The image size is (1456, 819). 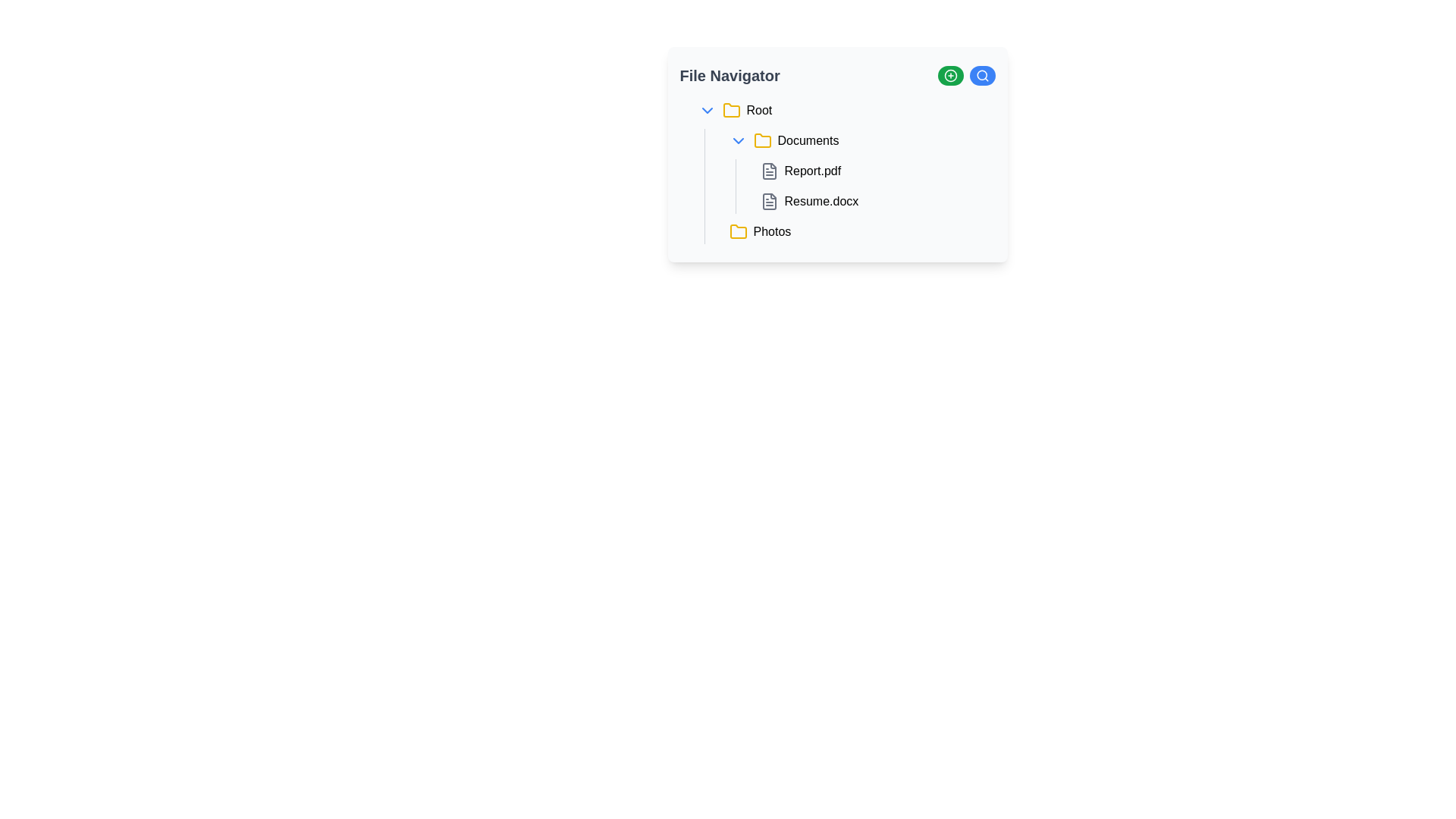 I want to click on the file entry labeled 'Resume.docx', so click(x=874, y=201).